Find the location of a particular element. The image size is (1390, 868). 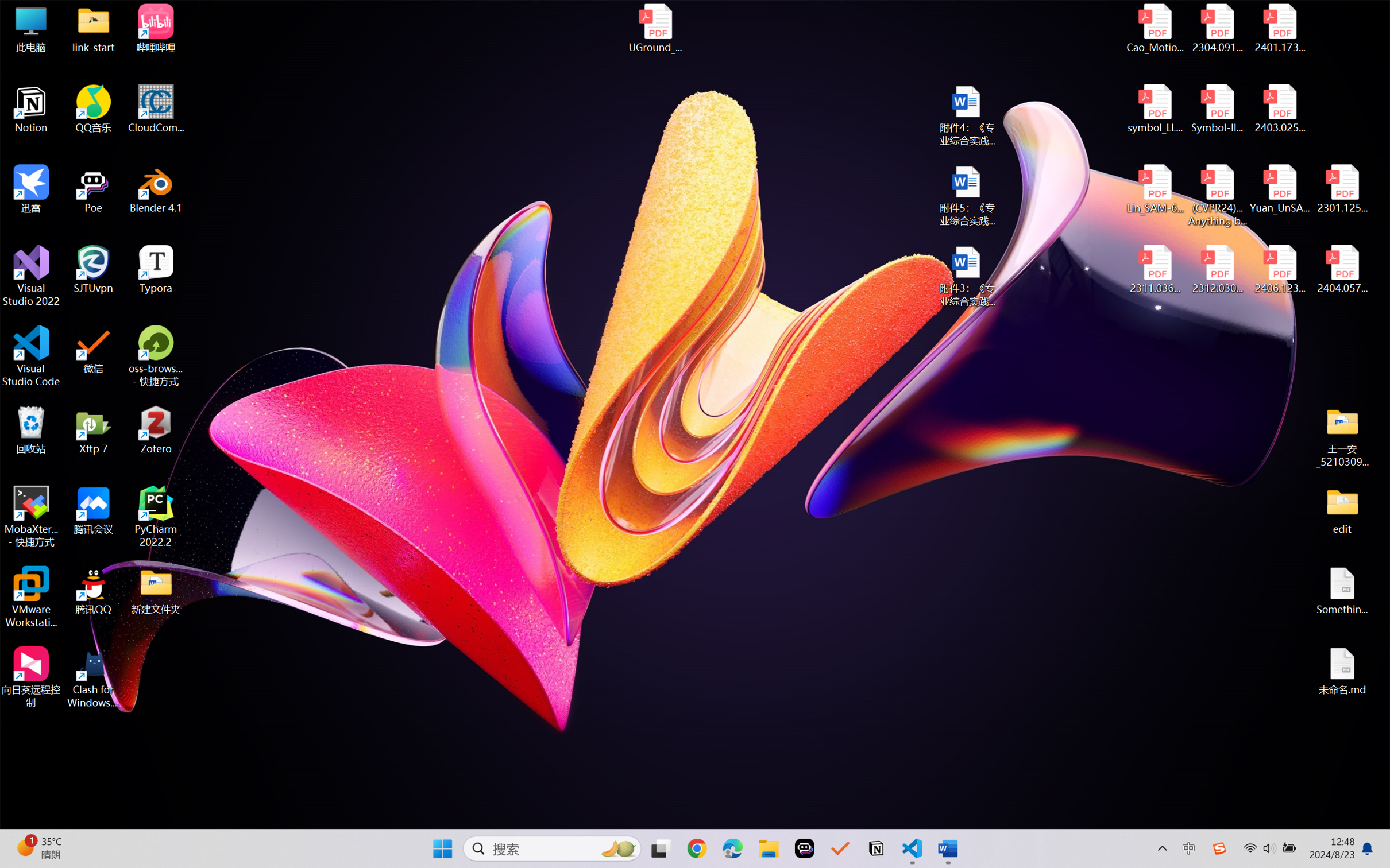

'VMware Workstation Pro' is located at coordinates (30, 597).